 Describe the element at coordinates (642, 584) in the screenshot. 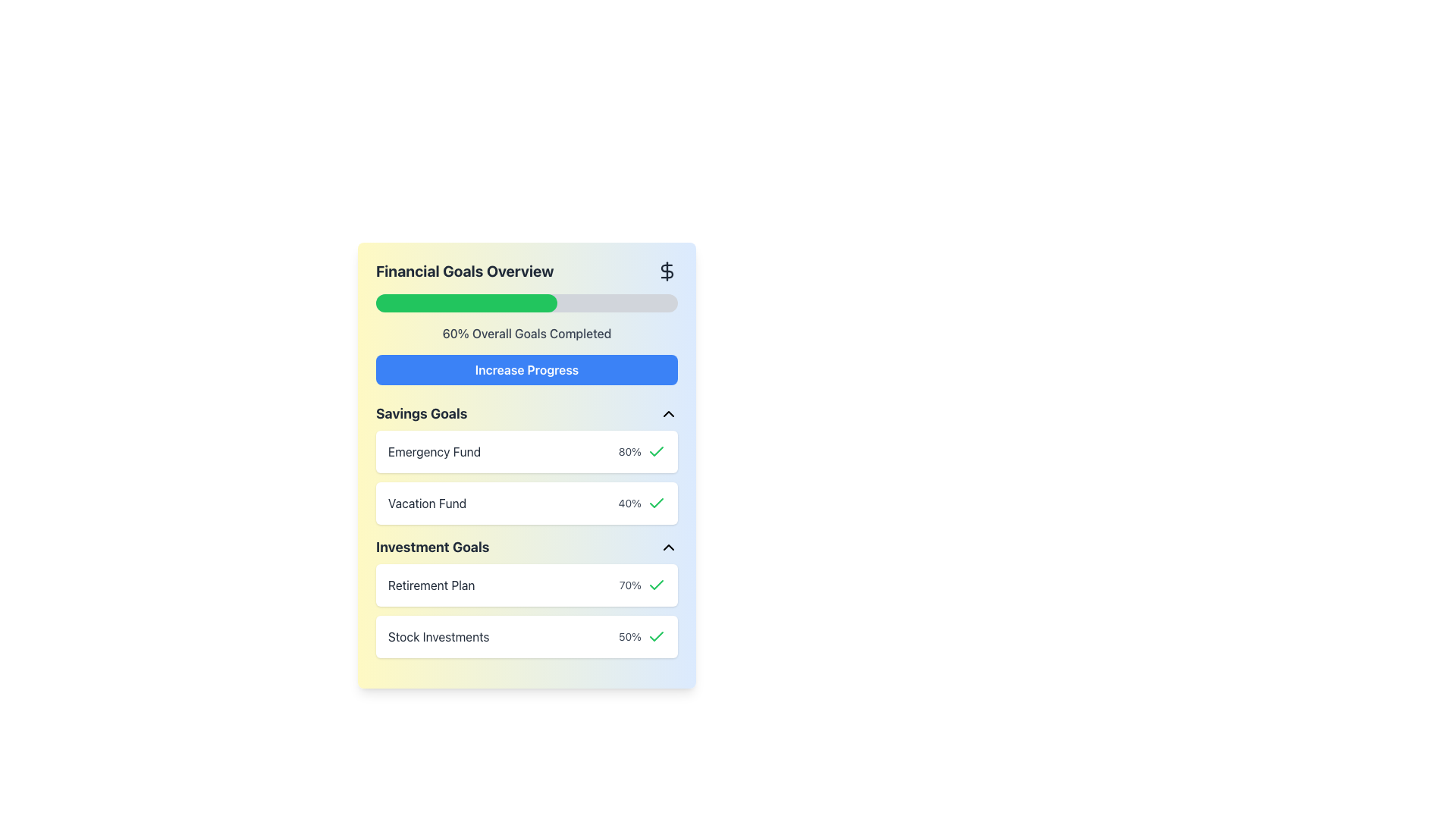

I see `the information displayed by the Indicator showing a 70% completion rate for the Retirement Plan goal, located beside the 'Retirement Plan' label in the 'Investment Goals' section` at that location.